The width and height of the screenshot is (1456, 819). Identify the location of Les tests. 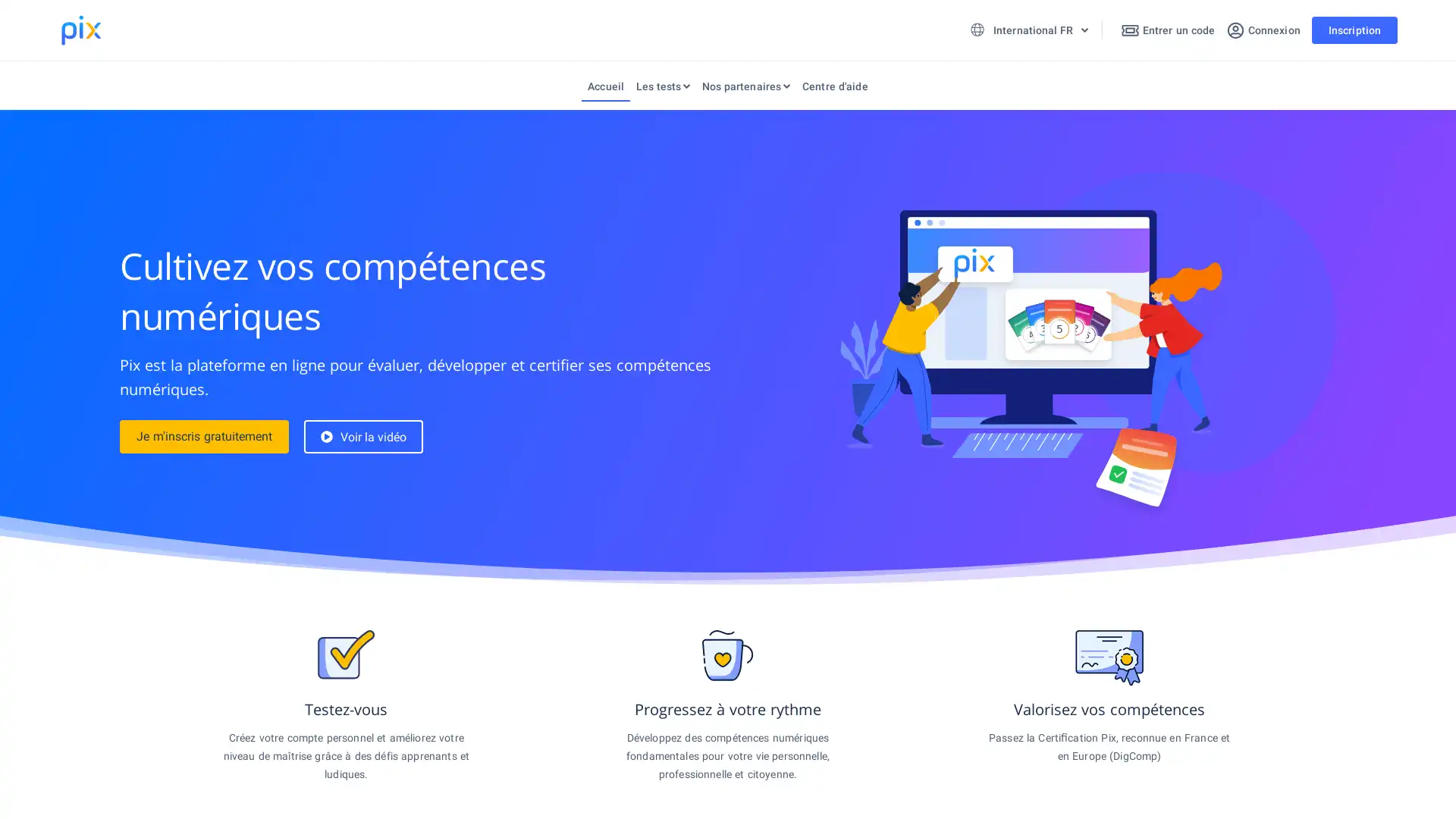
(663, 89).